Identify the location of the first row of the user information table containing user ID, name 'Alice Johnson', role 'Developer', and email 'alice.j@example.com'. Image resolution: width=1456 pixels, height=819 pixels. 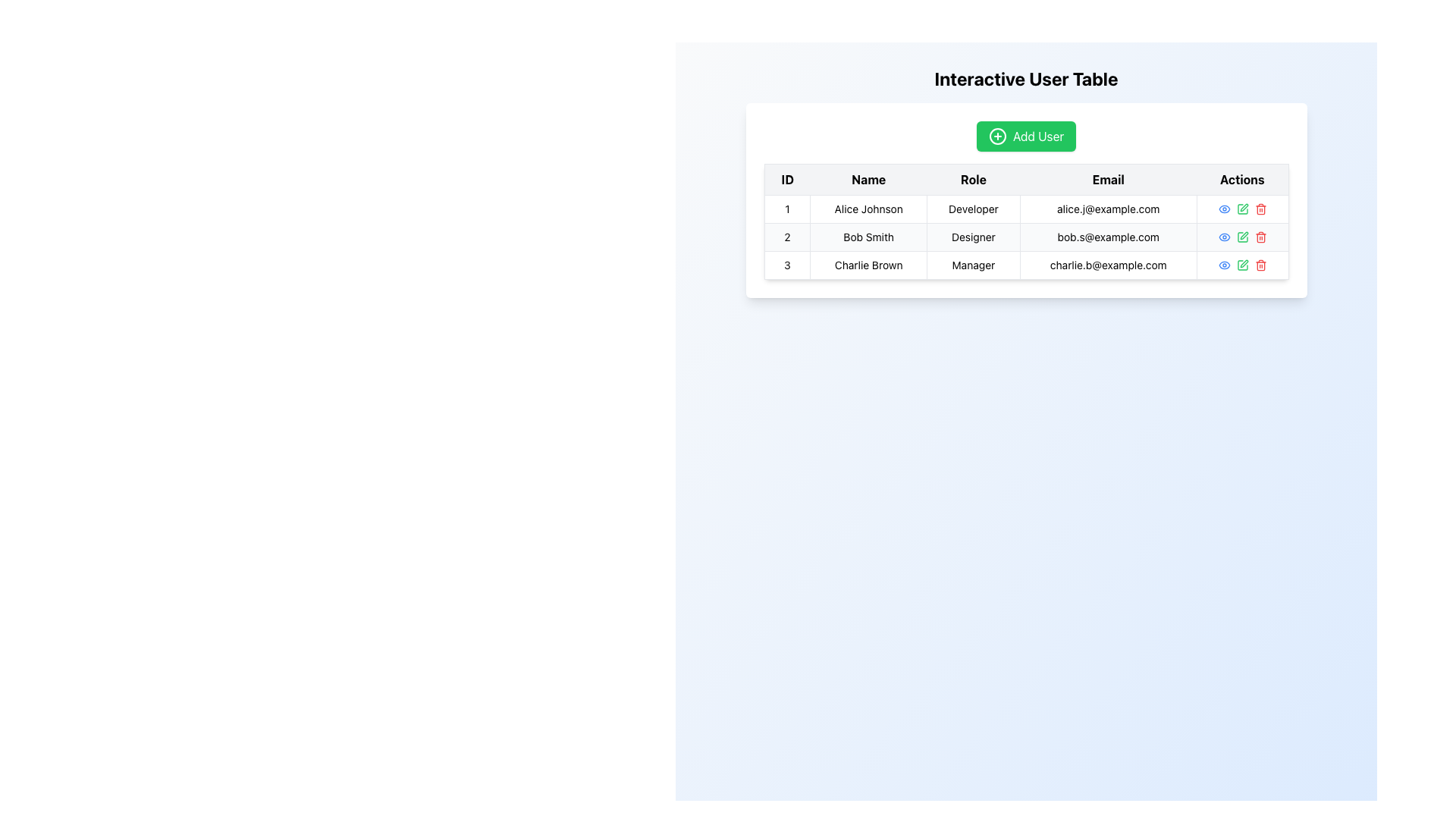
(1026, 209).